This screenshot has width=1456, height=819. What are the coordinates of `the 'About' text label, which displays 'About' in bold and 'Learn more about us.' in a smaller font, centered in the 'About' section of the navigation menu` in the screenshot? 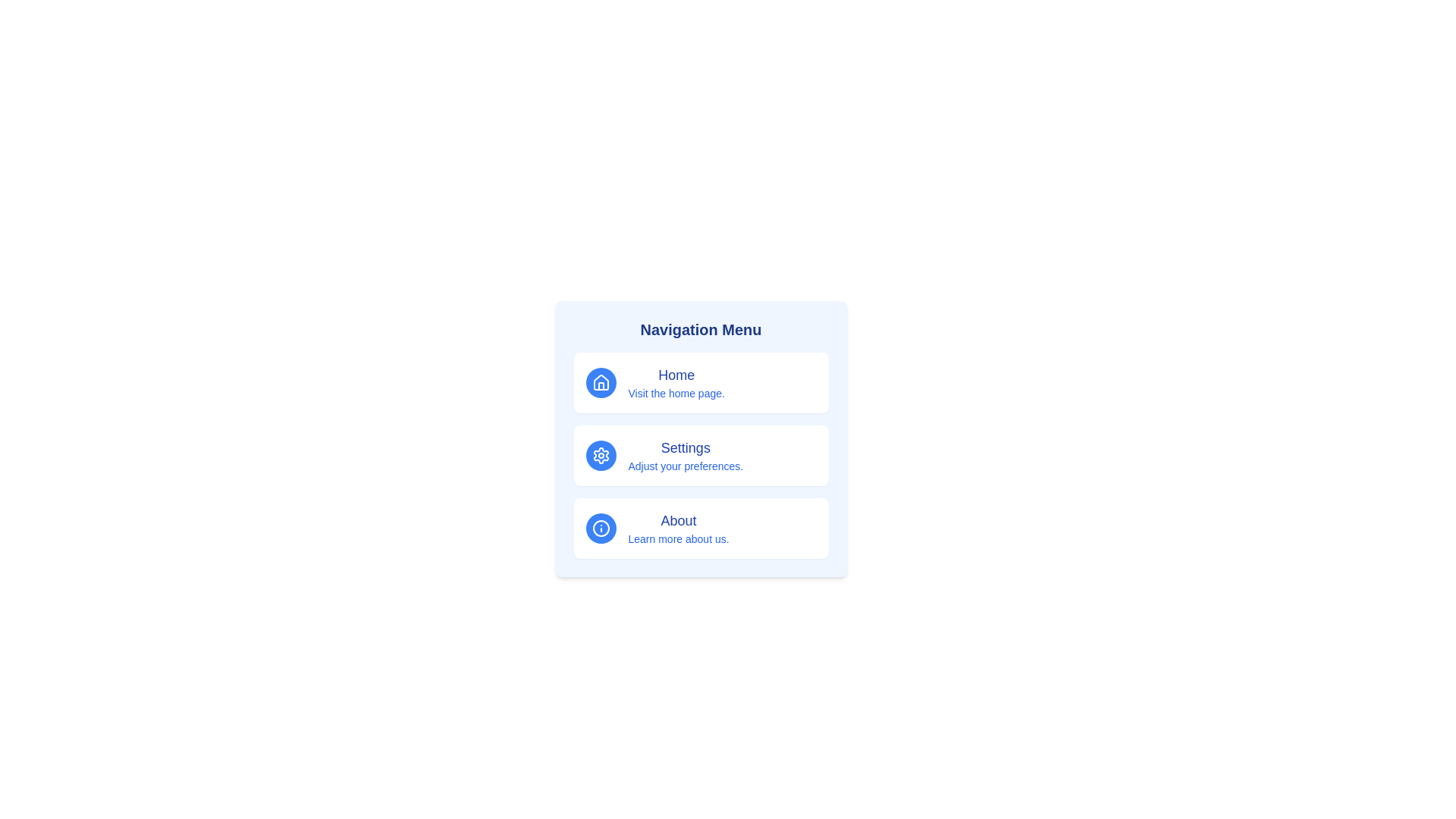 It's located at (678, 528).